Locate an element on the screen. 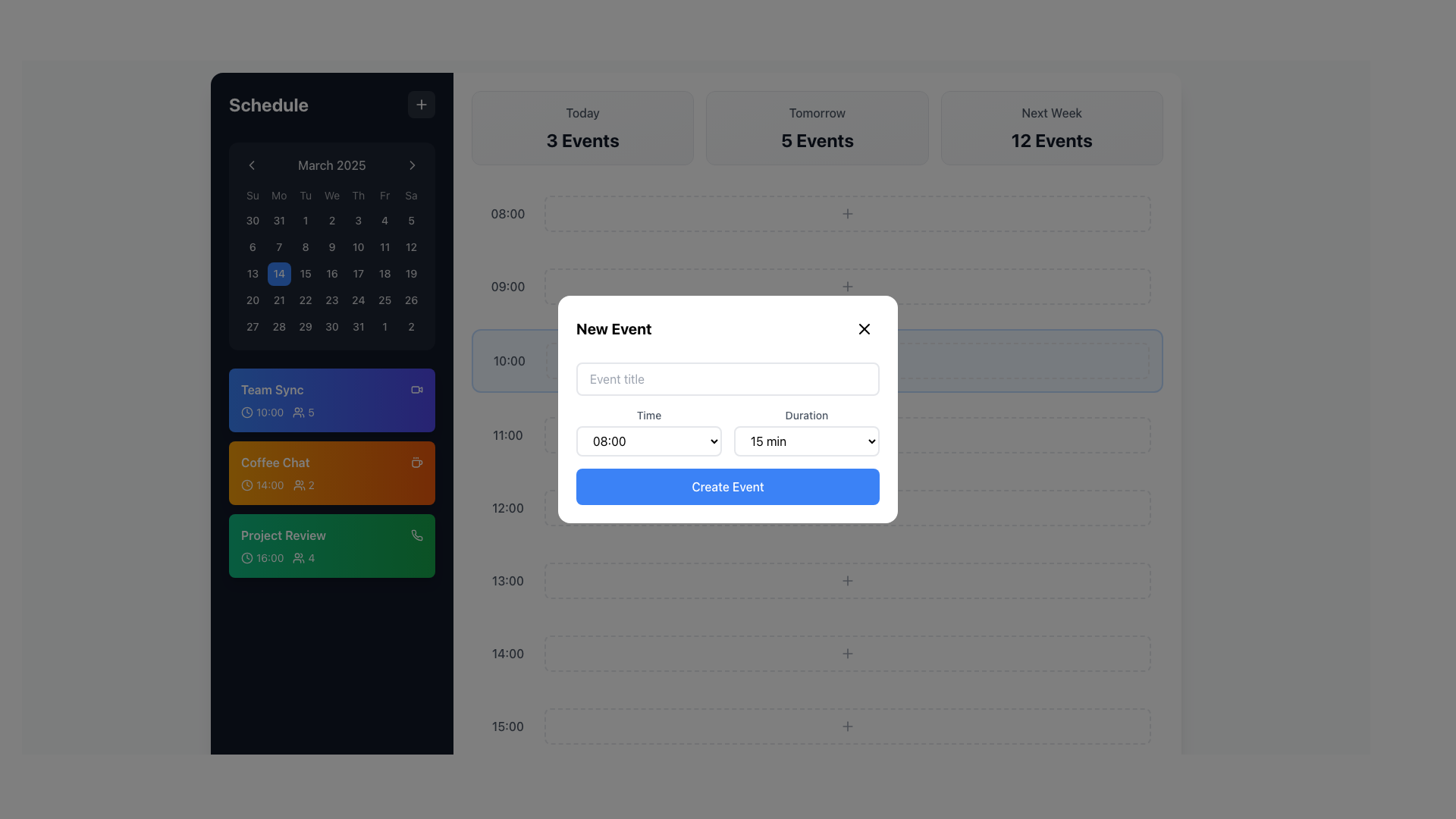 This screenshot has width=1456, height=819. the first available time slot in the scheduler at 08:00 is located at coordinates (817, 213).